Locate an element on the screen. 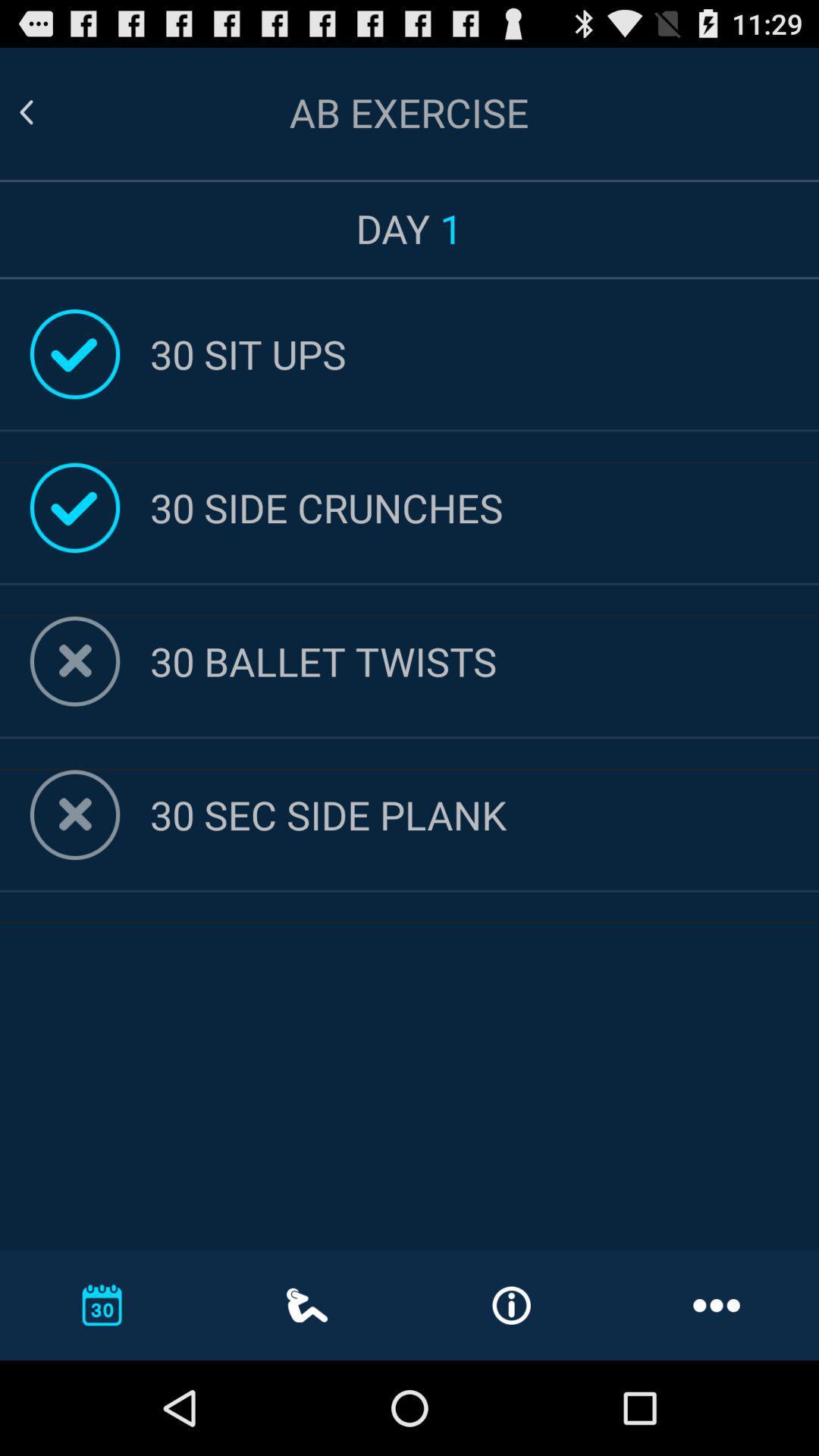 This screenshot has height=1456, width=819. the calendar icon on the bottom left corner of the web page is located at coordinates (102, 1304).